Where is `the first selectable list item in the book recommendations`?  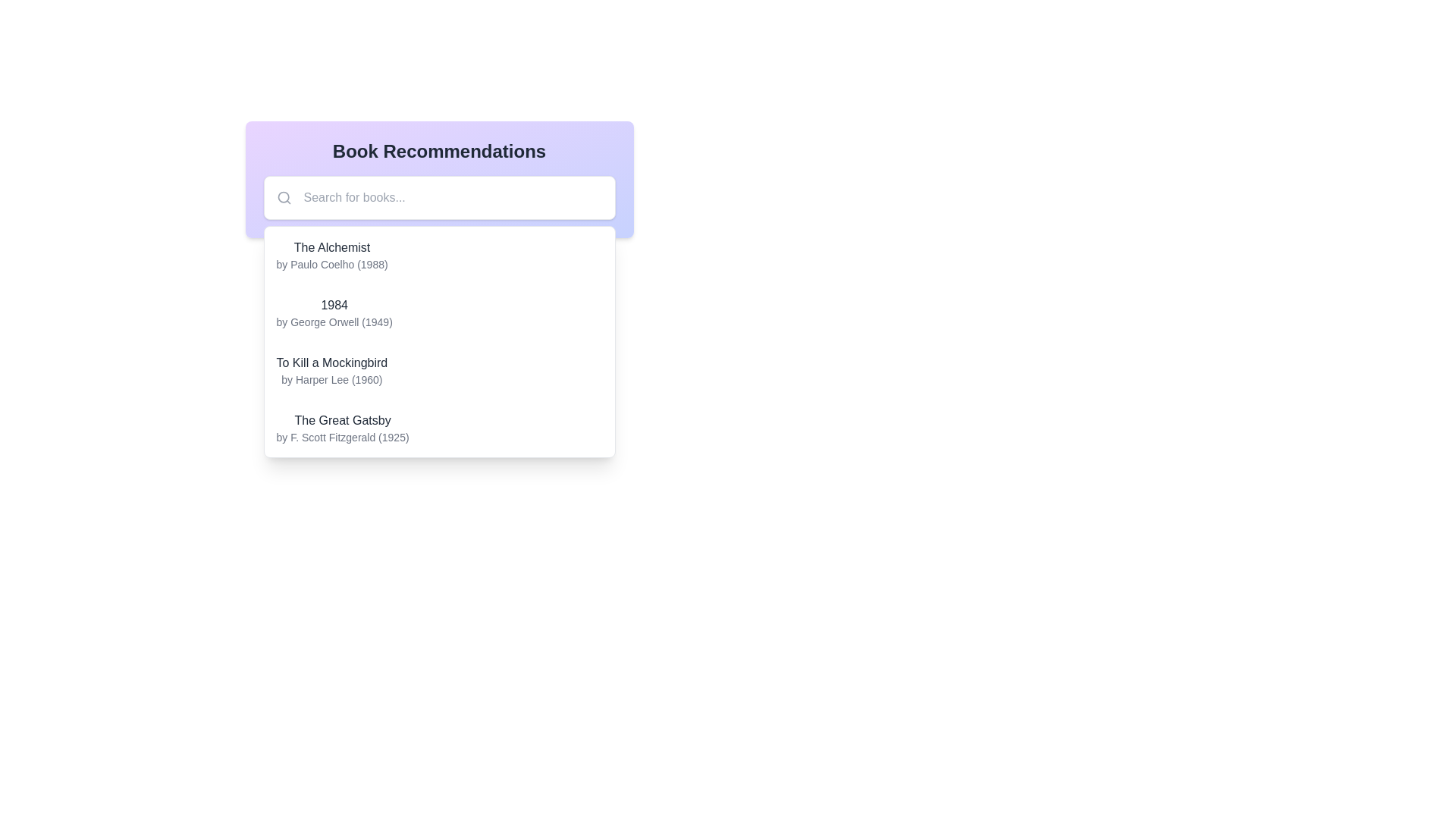
the first selectable list item in the book recommendations is located at coordinates (438, 254).